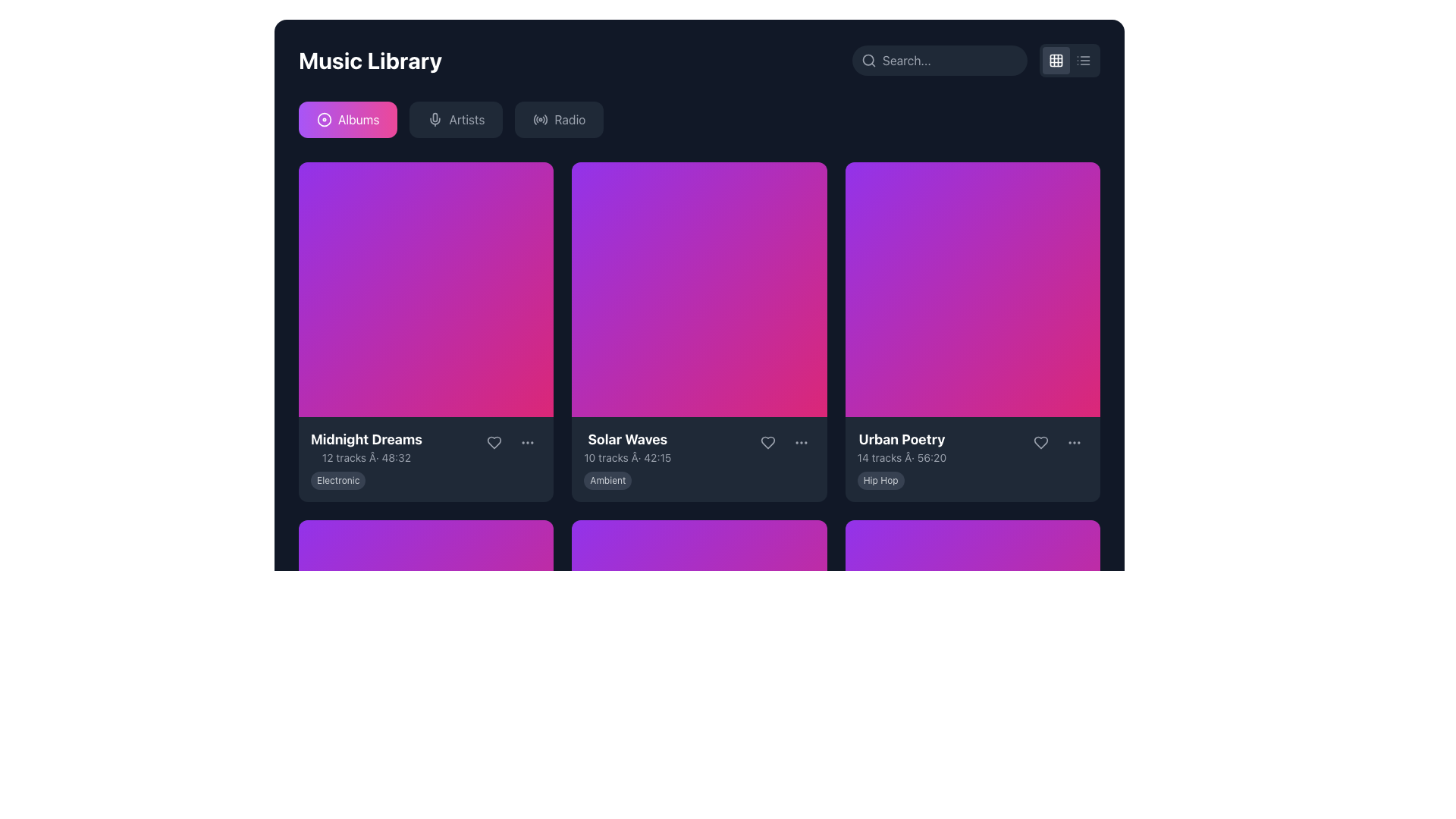  I want to click on the text label displaying metadata about the album 'Solar Waves', which is located directly below its title in the second card from the left in the top row of a grid layout, so click(627, 457).